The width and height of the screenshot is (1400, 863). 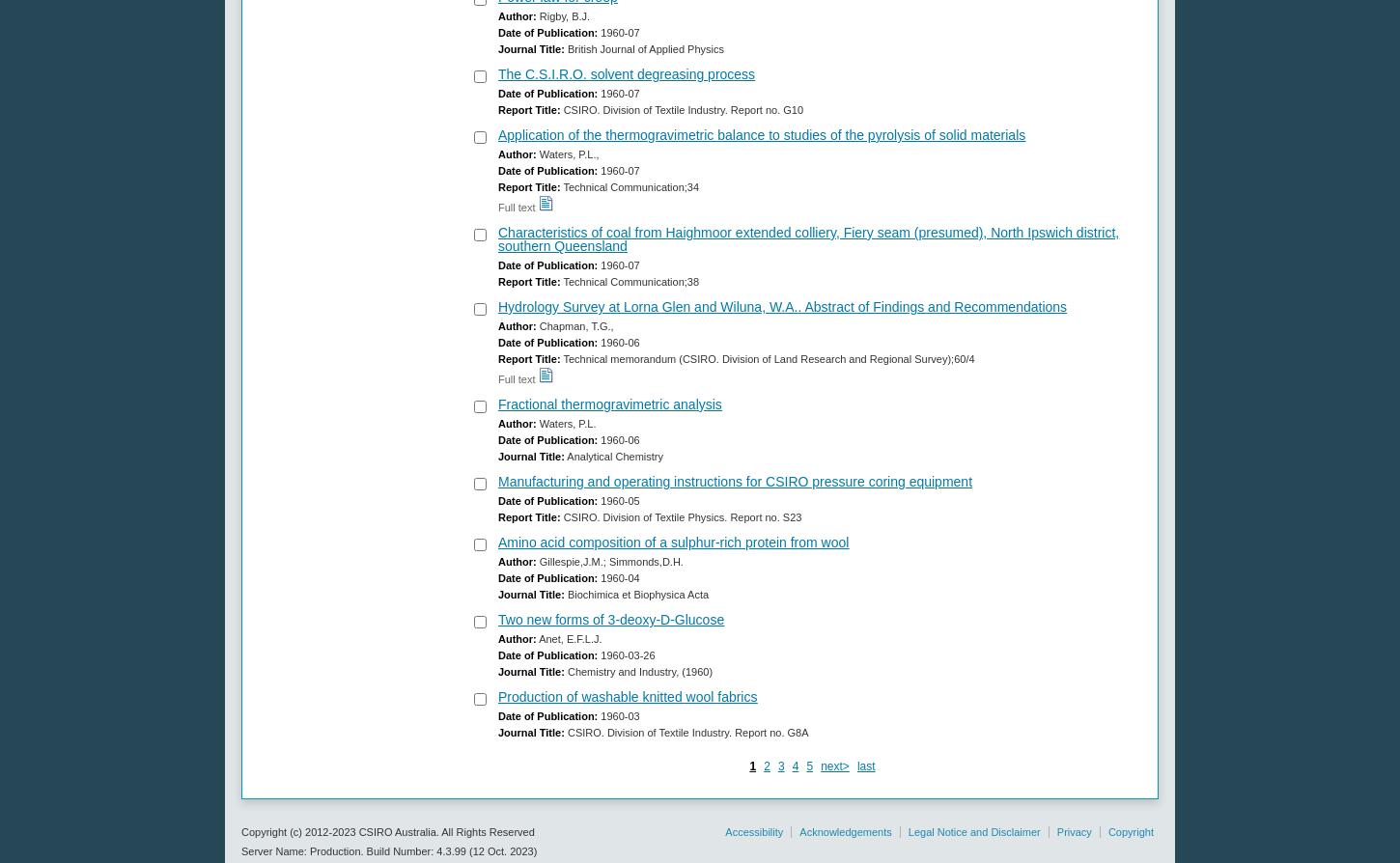 What do you see at coordinates (564, 594) in the screenshot?
I see `'Biochimica et Biophysica Acta'` at bounding box center [564, 594].